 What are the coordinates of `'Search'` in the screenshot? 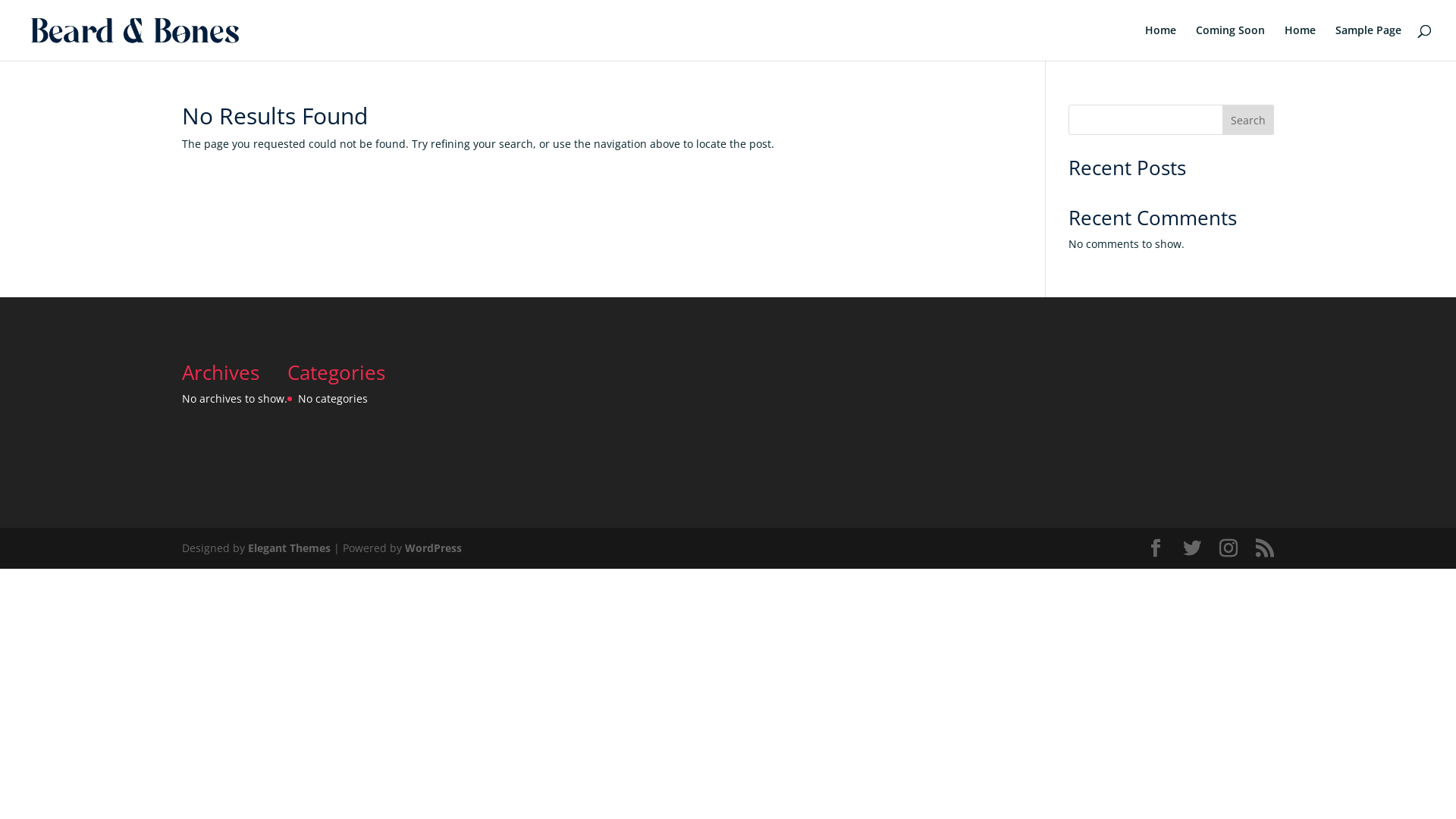 It's located at (1222, 119).